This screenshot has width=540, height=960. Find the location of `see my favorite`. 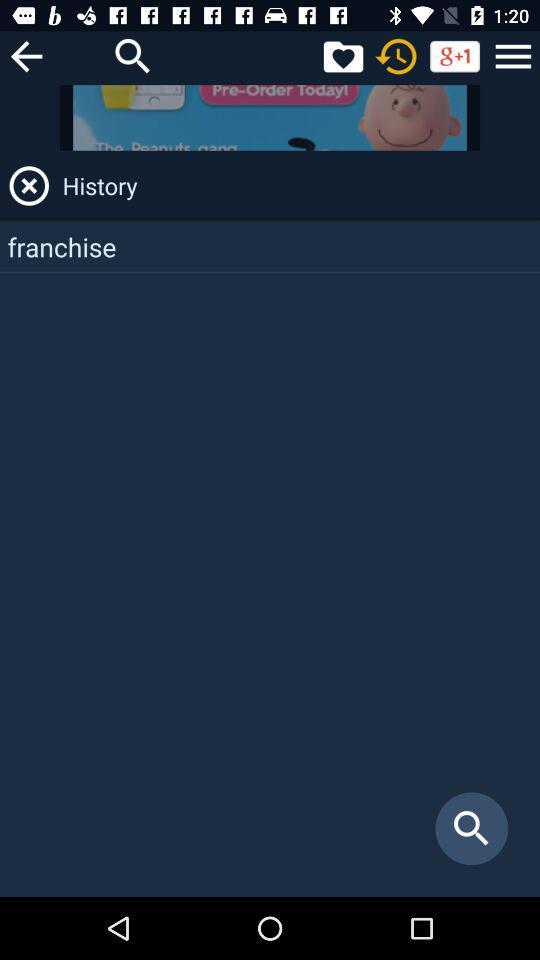

see my favorite is located at coordinates (342, 55).